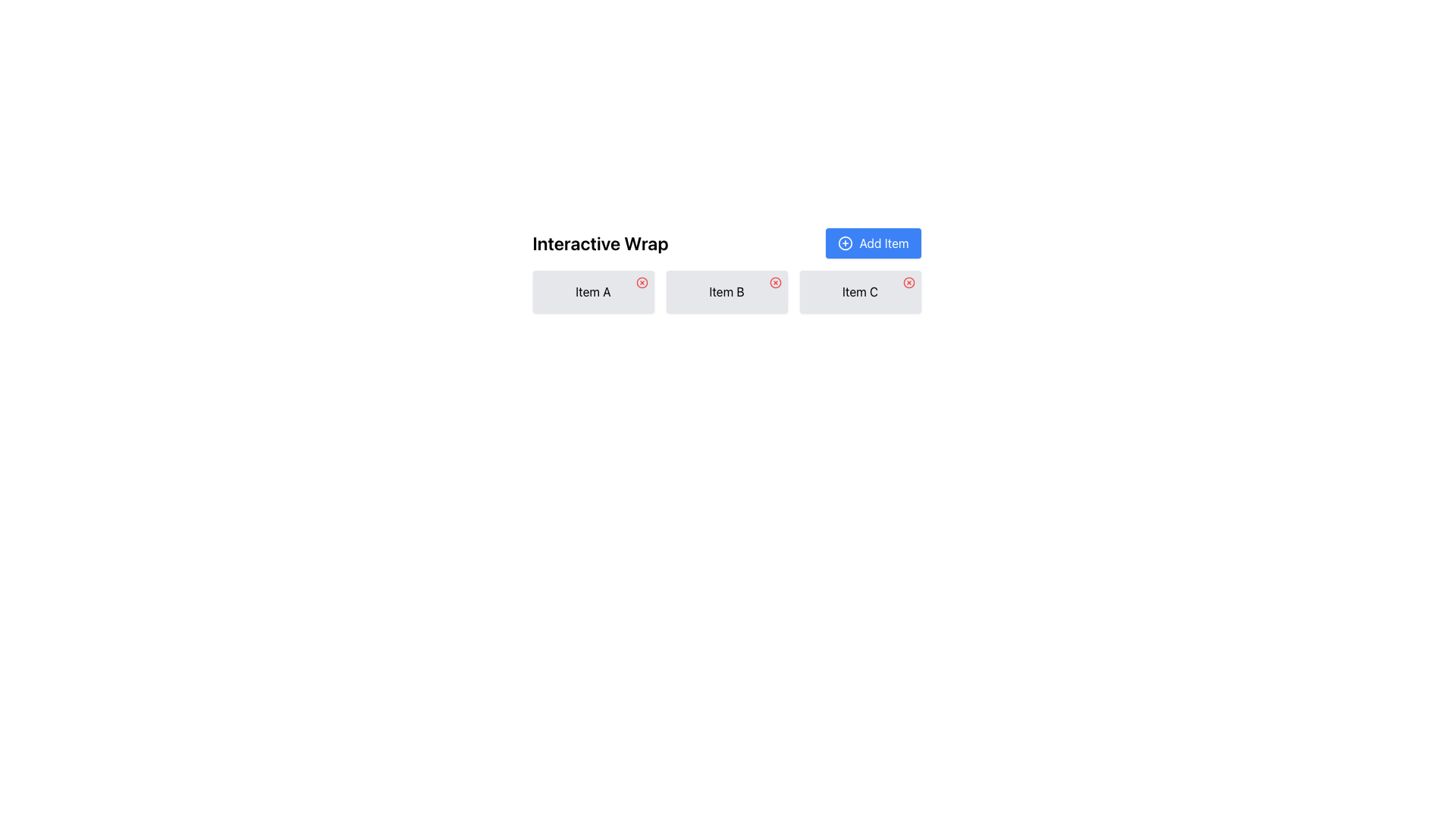 This screenshot has width=1456, height=819. I want to click on the small circular red icon with a cross symbol located at the top-right corner of the 'Item A' button to trigger its hover effect, so click(642, 283).